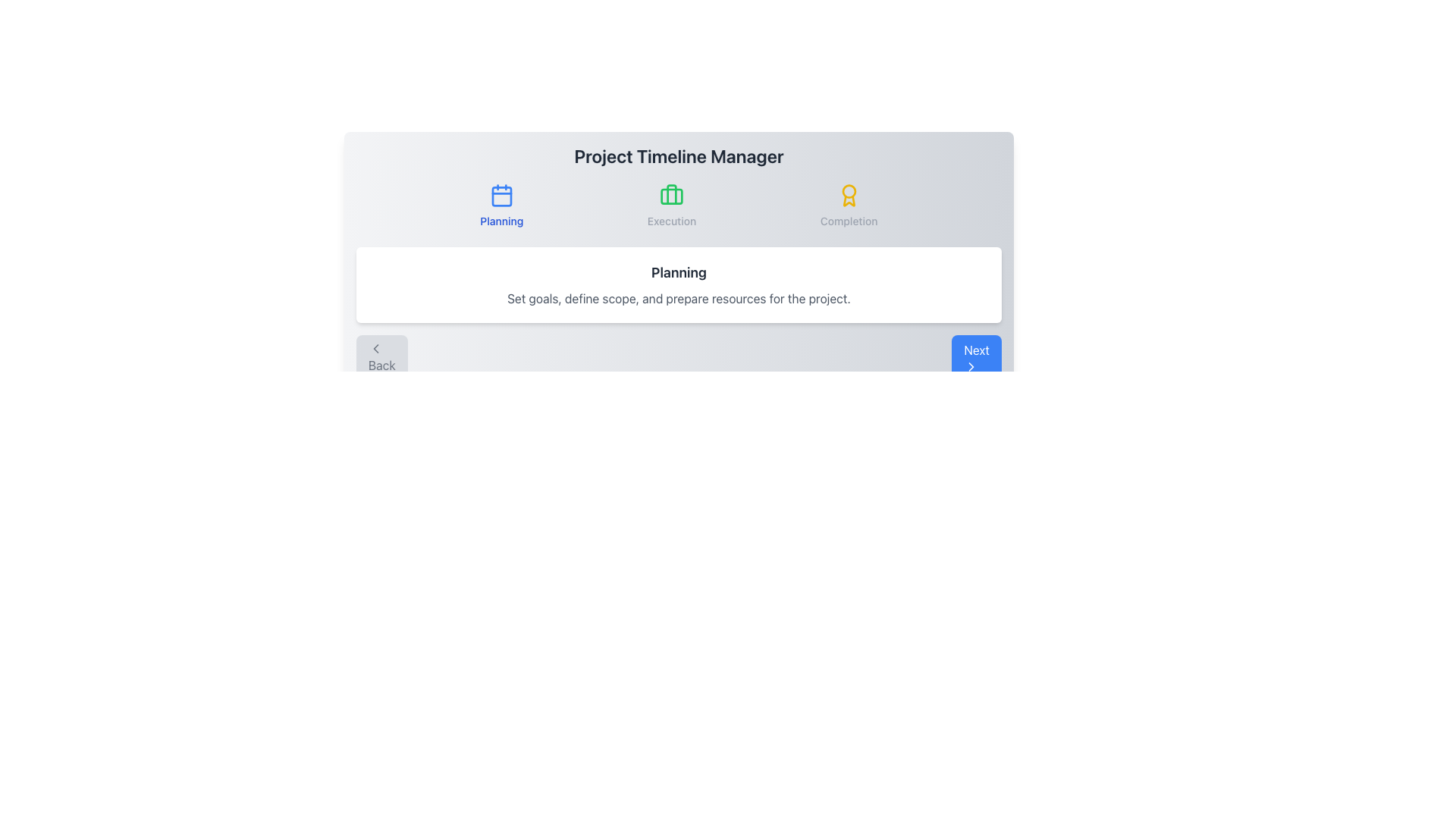 The image size is (1456, 819). I want to click on text label 'Planning' which is styled in a medium blue font and positioned centrally below a calendar icon, so click(501, 221).